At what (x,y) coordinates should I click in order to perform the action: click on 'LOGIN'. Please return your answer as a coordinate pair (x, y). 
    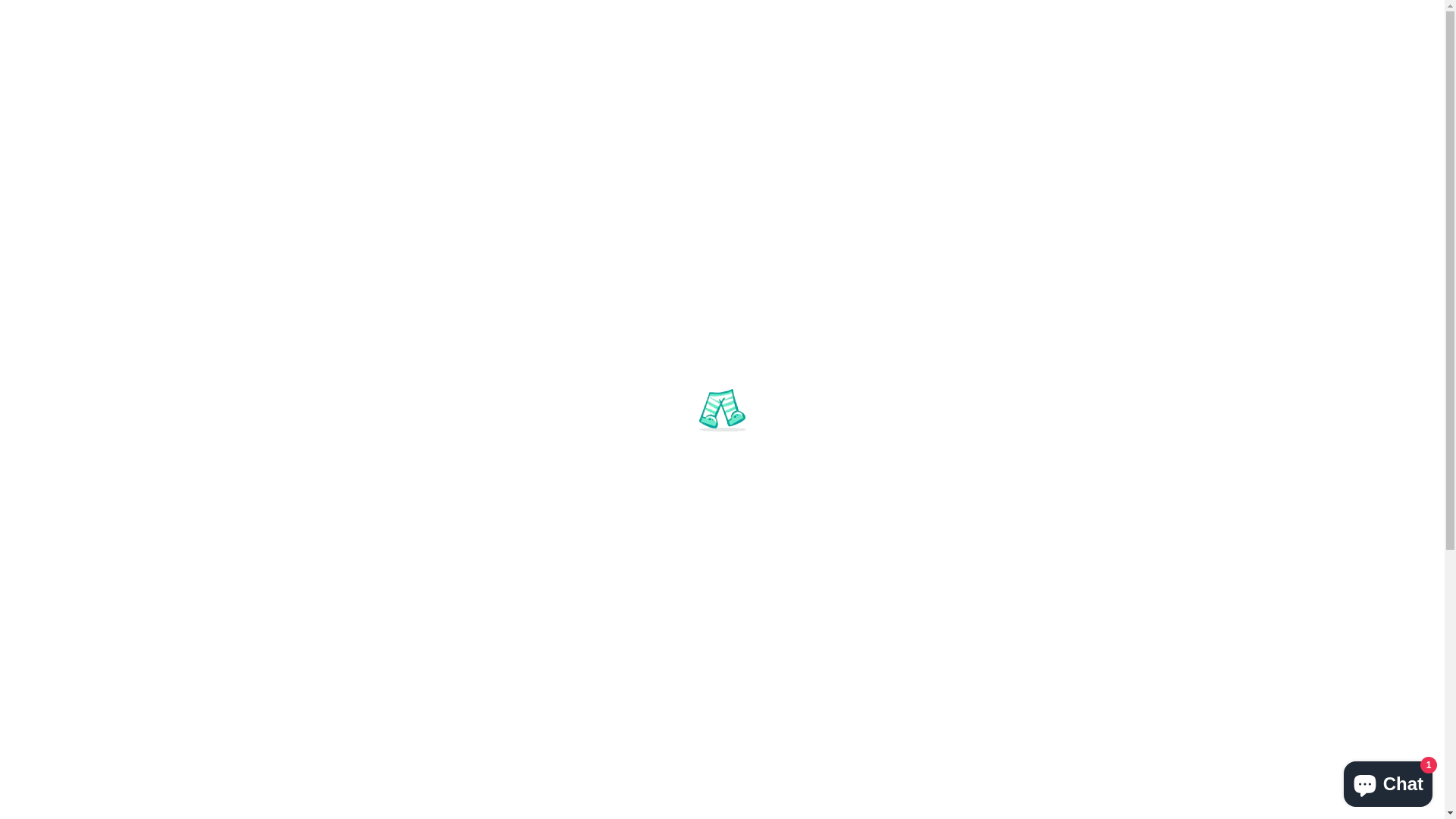
    Looking at the image, I should click on (1117, 15).